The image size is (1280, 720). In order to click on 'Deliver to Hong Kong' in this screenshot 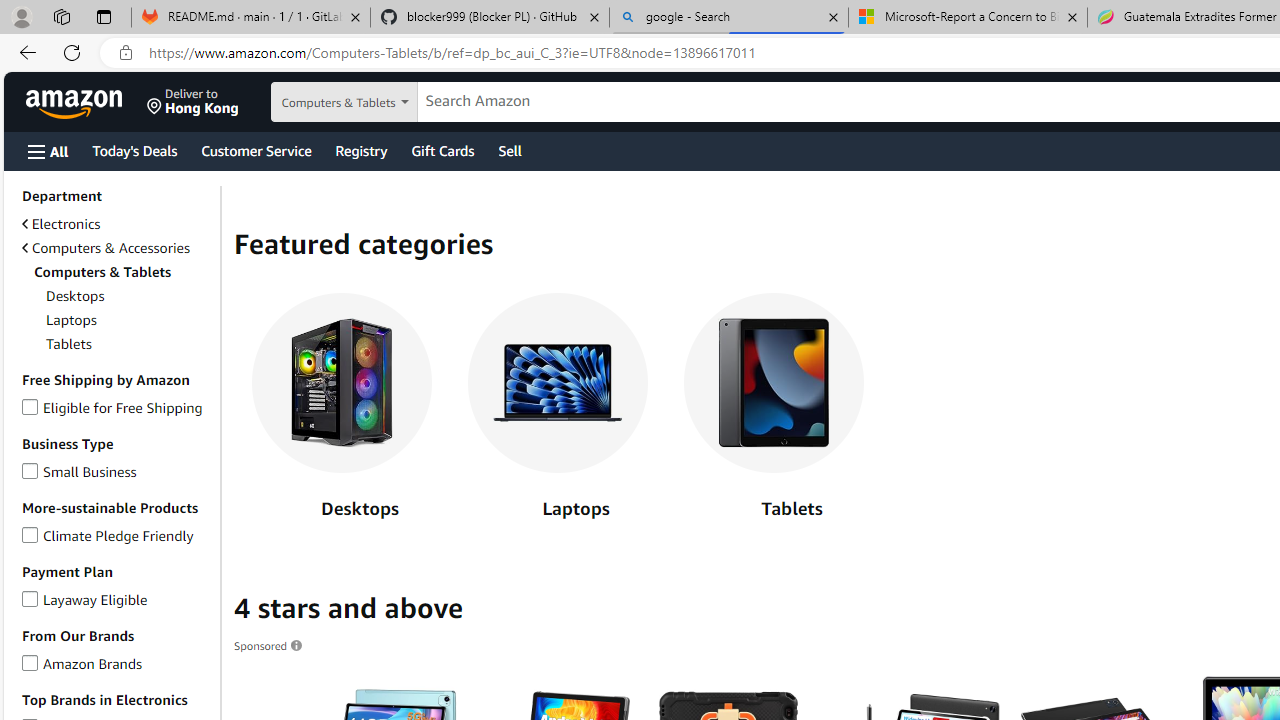, I will do `click(193, 101)`.